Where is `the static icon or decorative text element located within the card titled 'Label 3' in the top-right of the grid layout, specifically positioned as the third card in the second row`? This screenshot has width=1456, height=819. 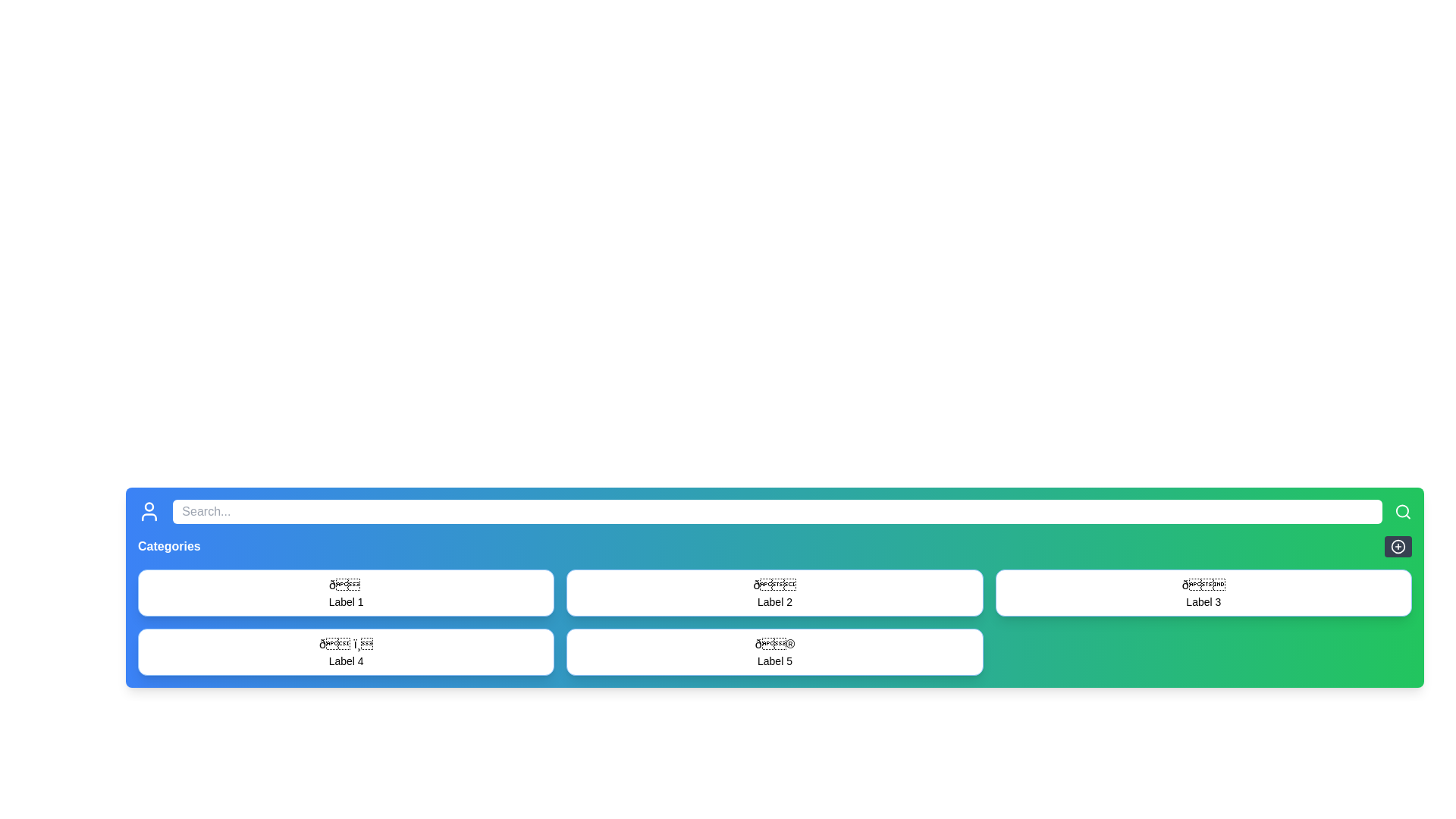
the static icon or decorative text element located within the card titled 'Label 3' in the top-right of the grid layout, specifically positioned as the third card in the second row is located at coordinates (1203, 584).